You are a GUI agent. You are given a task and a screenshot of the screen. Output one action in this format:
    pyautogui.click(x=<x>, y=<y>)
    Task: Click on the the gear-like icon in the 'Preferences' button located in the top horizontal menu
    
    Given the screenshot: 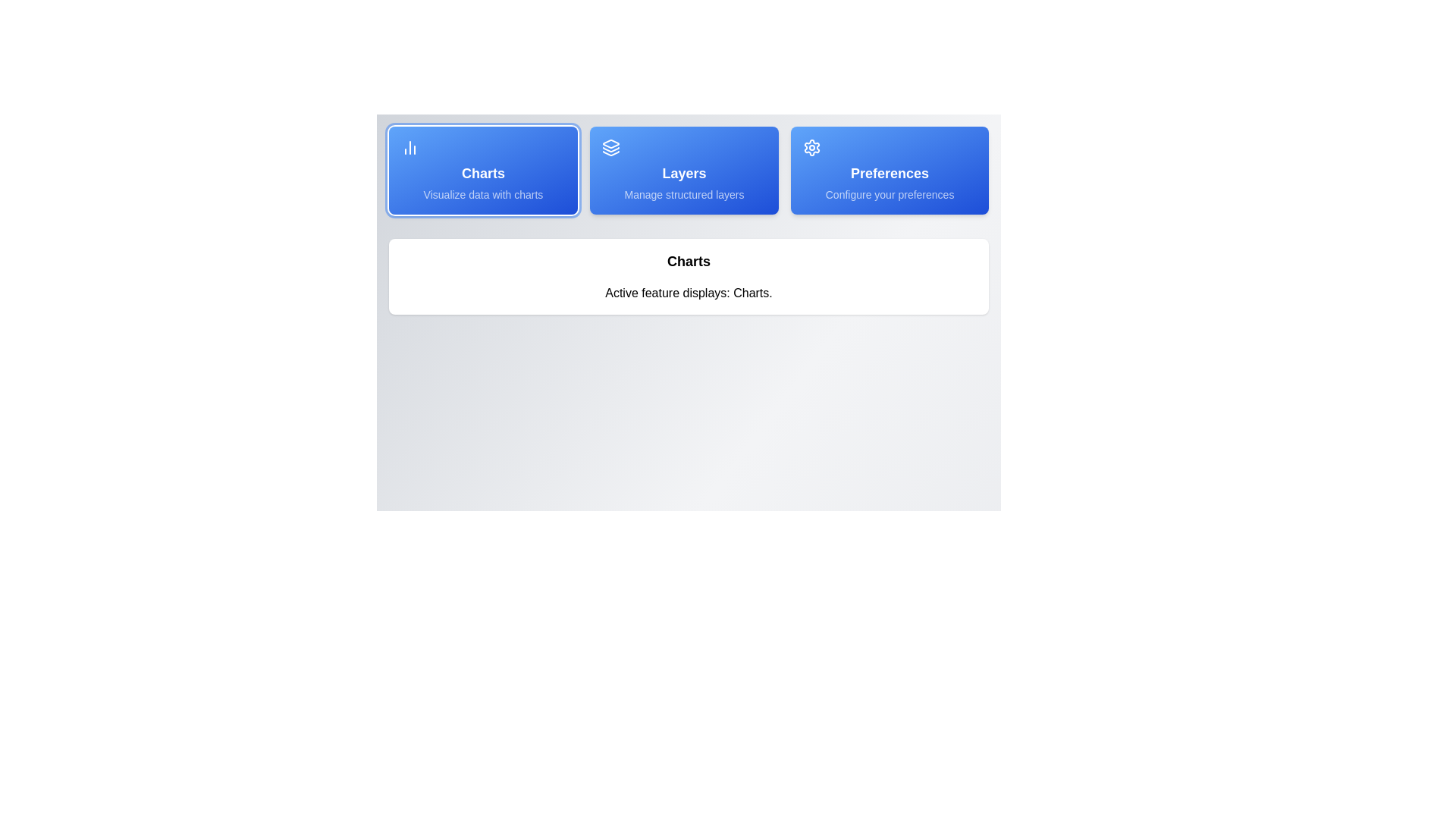 What is the action you would take?
    pyautogui.click(x=811, y=148)
    